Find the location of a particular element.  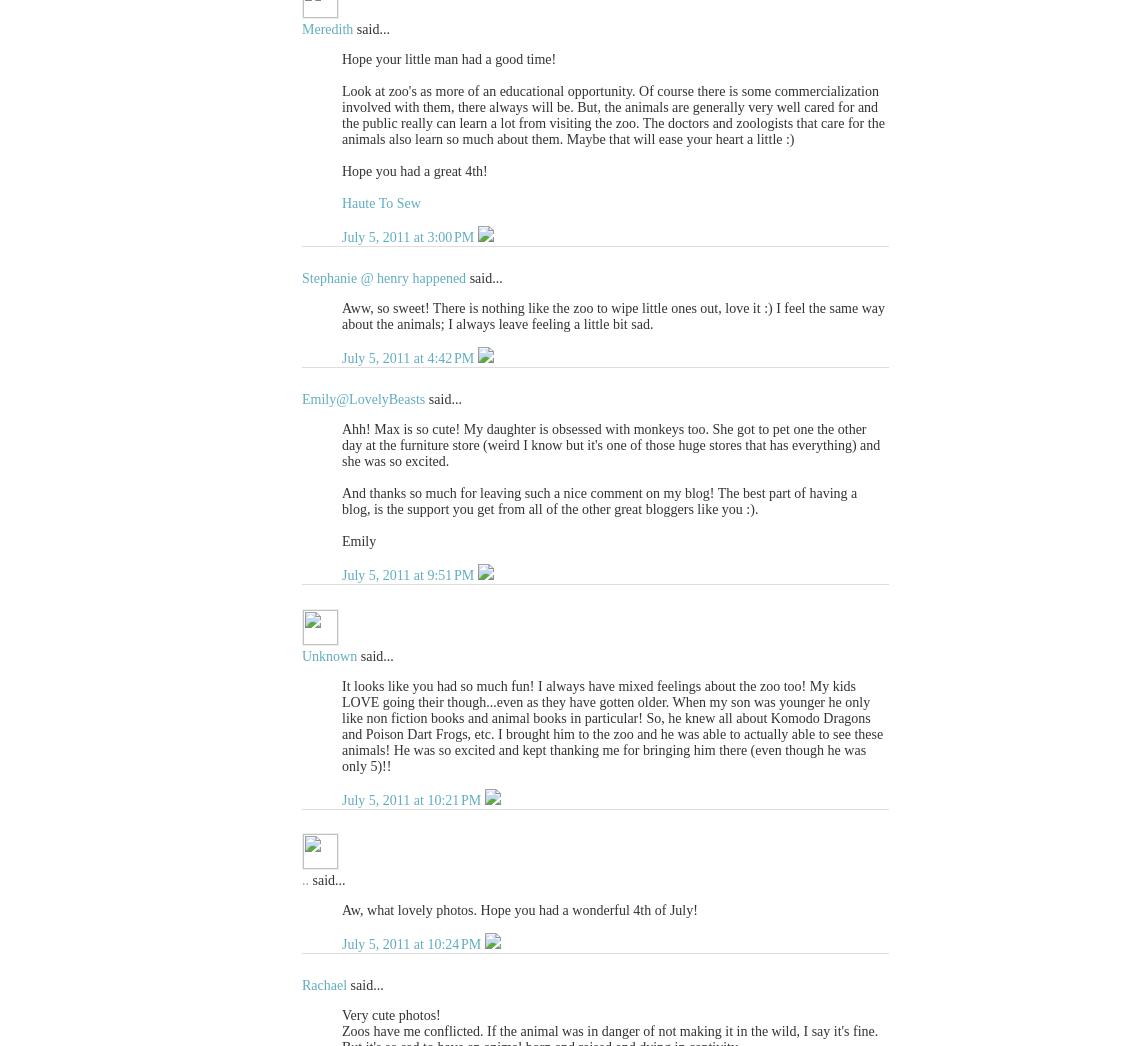

'July 5, 2011 at 4:42 PM' is located at coordinates (409, 357).